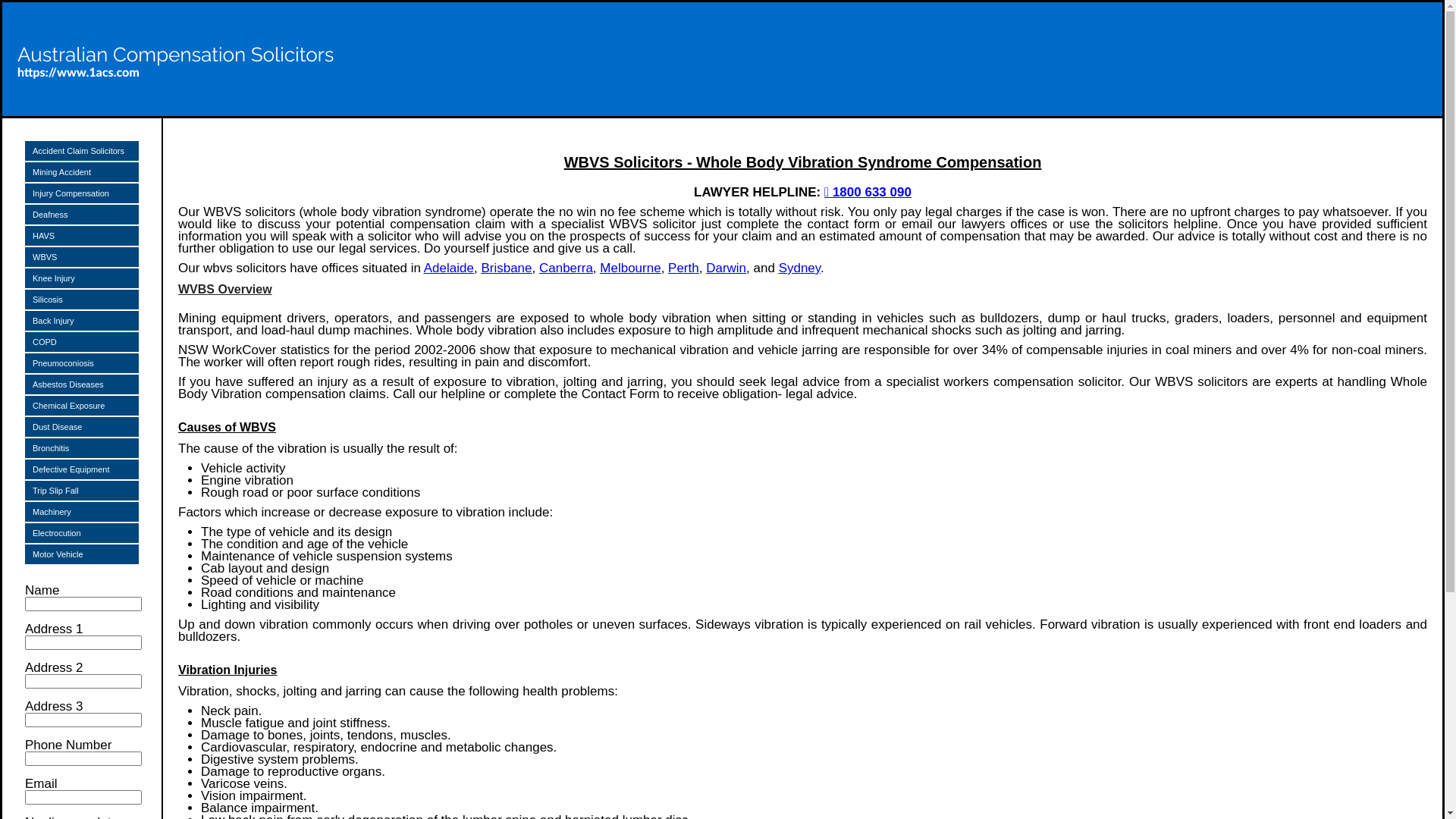  What do you see at coordinates (80, 171) in the screenshot?
I see `'Mining Accident'` at bounding box center [80, 171].